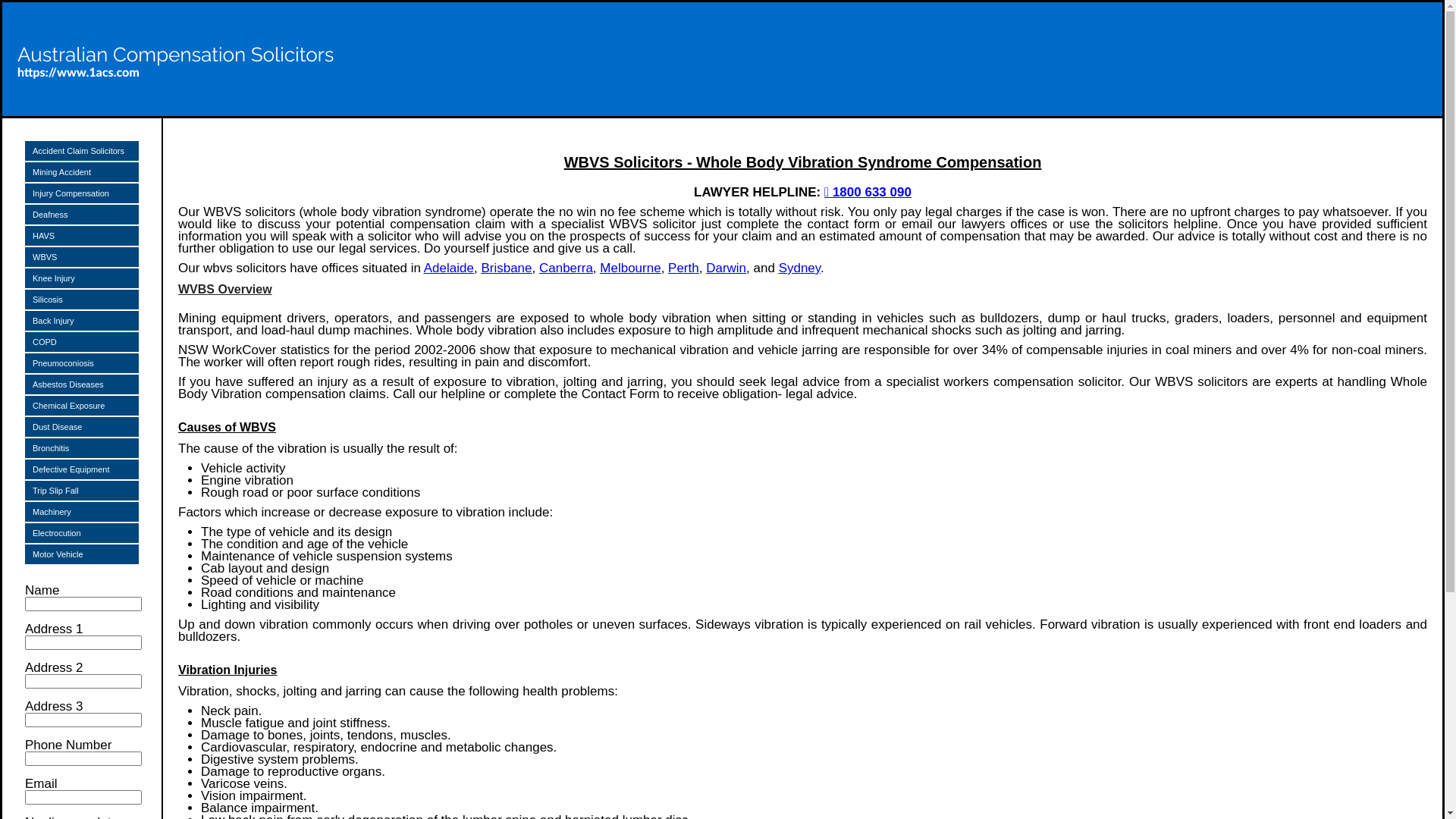  What do you see at coordinates (80, 171) in the screenshot?
I see `'Mining Accident'` at bounding box center [80, 171].